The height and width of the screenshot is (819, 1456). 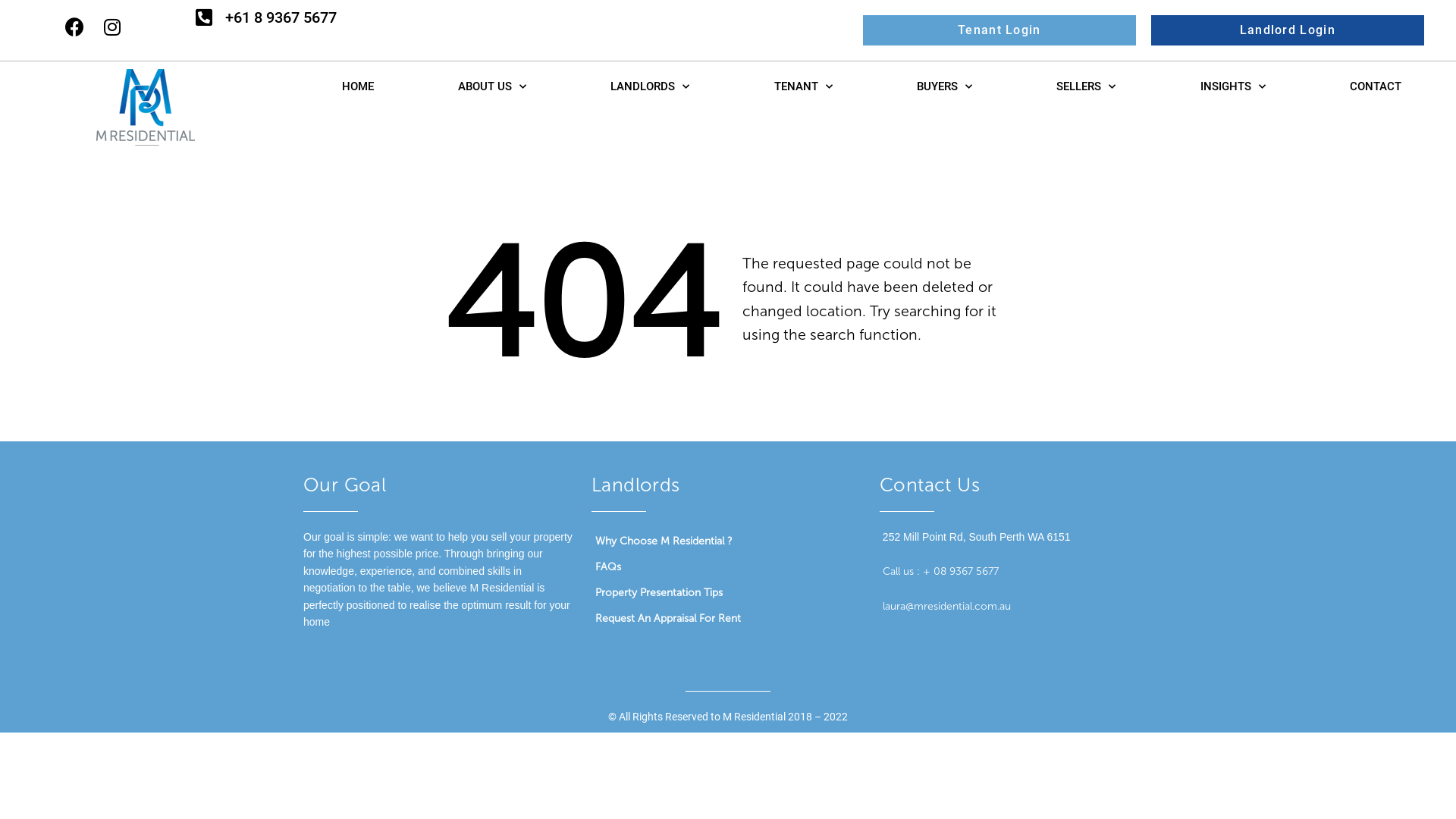 I want to click on '+61 8 9367 5677', so click(x=224, y=17).